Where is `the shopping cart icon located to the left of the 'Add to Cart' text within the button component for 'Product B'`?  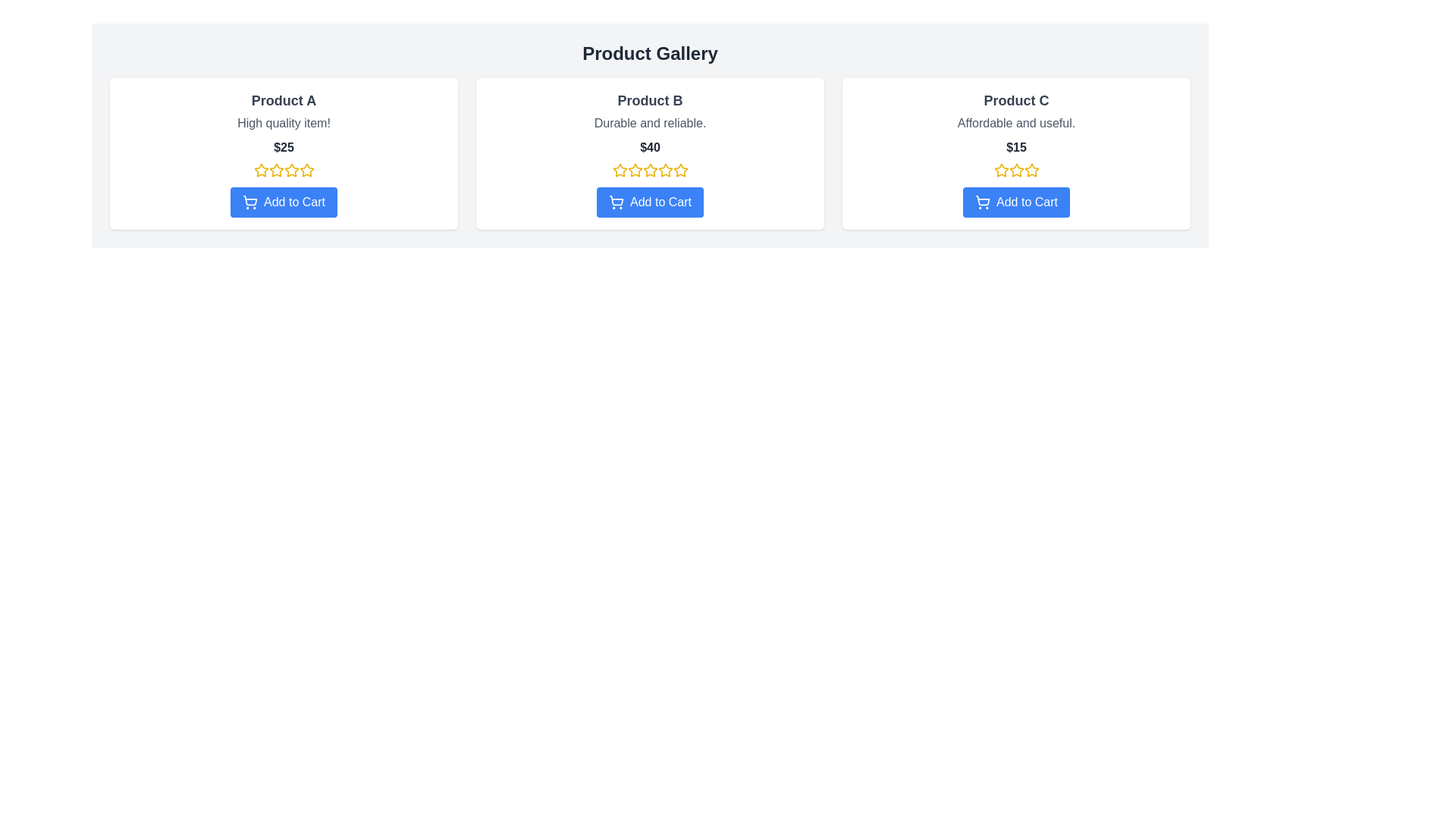
the shopping cart icon located to the left of the 'Add to Cart' text within the button component for 'Product B' is located at coordinates (617, 201).